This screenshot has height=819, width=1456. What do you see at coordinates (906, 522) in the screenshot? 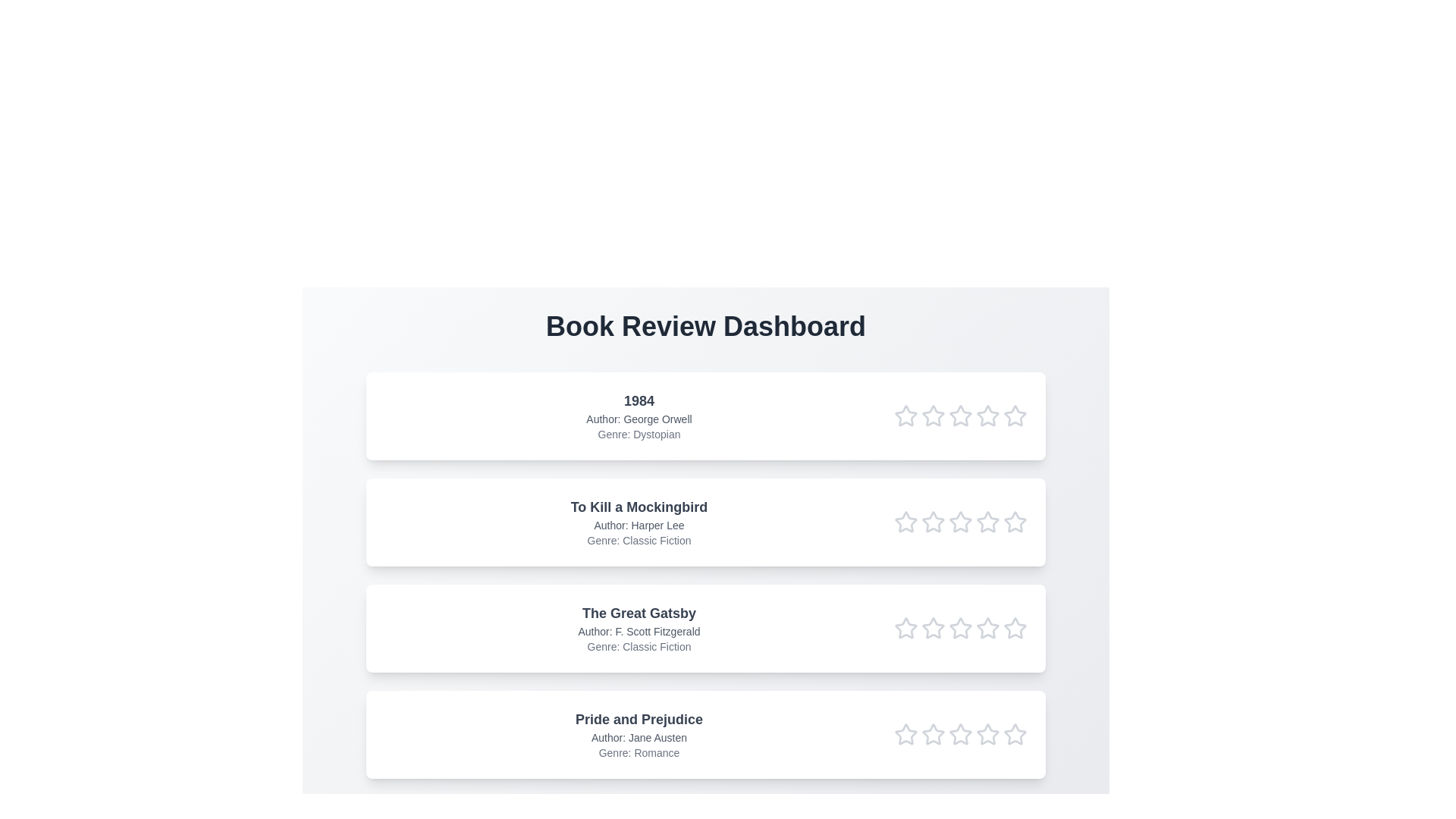
I see `the star corresponding to 1 in the rating row of the book titled To Kill a Mockingbird` at bounding box center [906, 522].